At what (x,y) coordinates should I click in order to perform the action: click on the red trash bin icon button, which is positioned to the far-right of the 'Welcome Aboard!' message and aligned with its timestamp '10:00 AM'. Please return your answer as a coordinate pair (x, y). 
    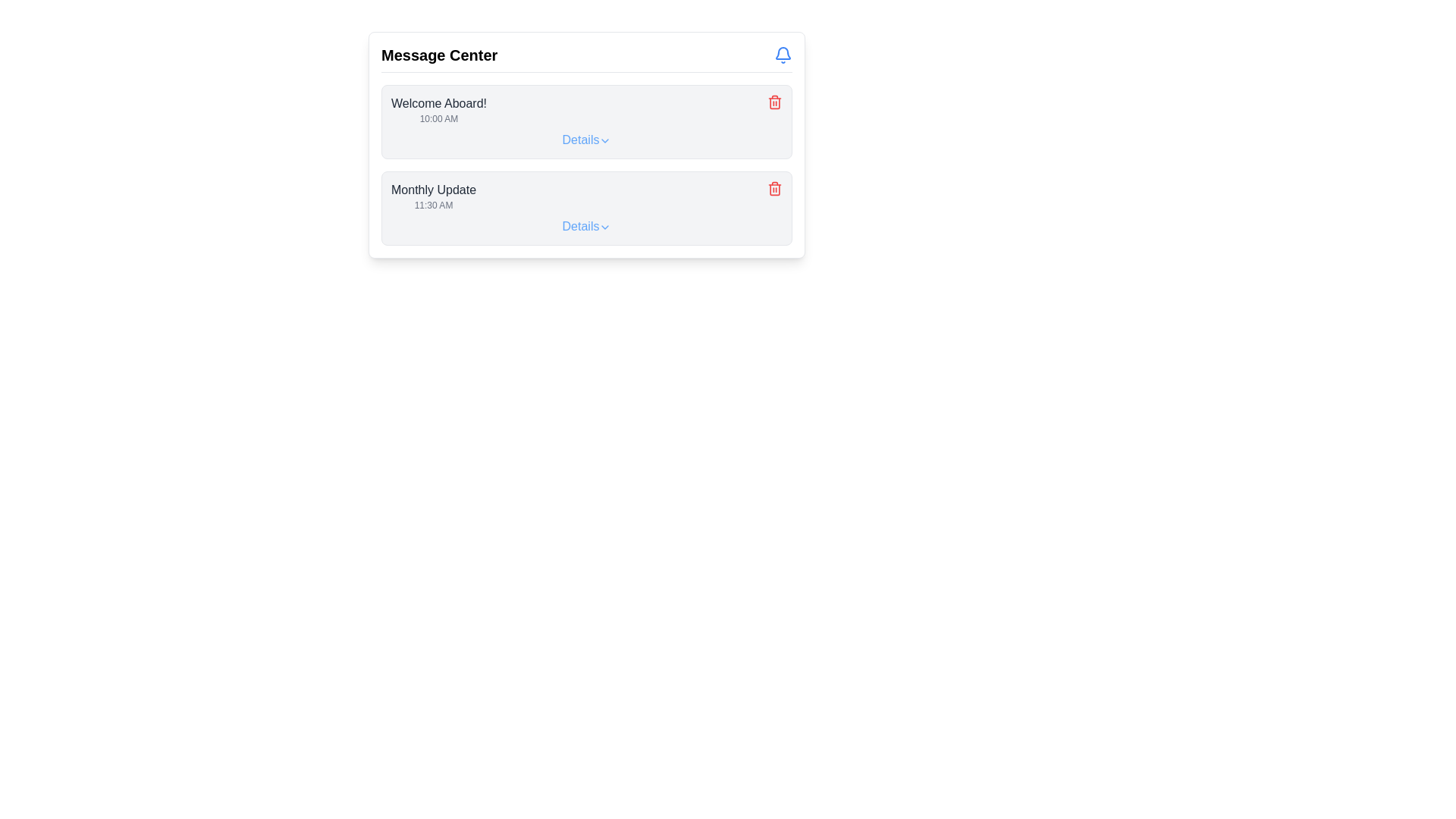
    Looking at the image, I should click on (775, 102).